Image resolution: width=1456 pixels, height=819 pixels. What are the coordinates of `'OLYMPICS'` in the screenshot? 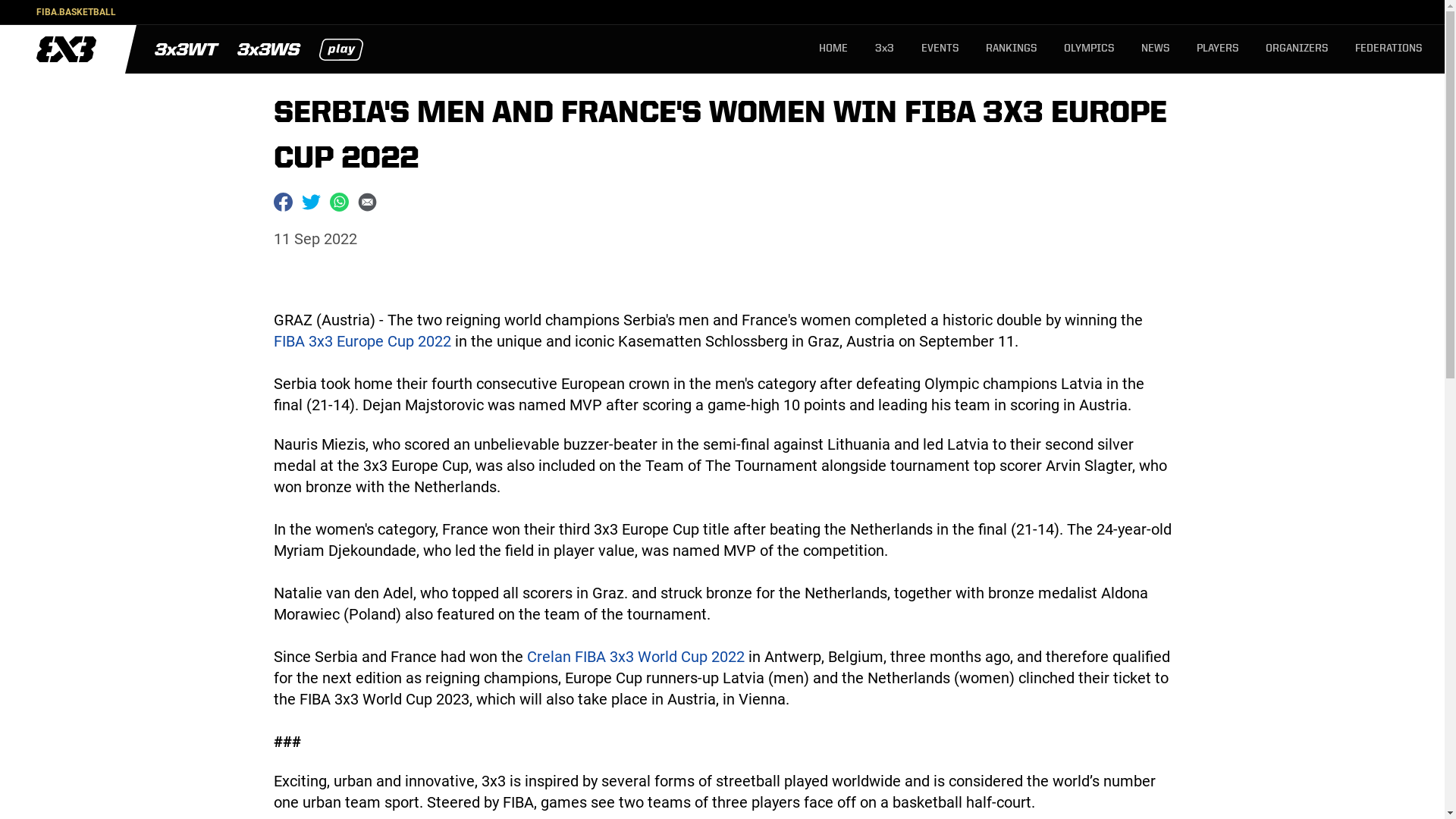 It's located at (1087, 48).